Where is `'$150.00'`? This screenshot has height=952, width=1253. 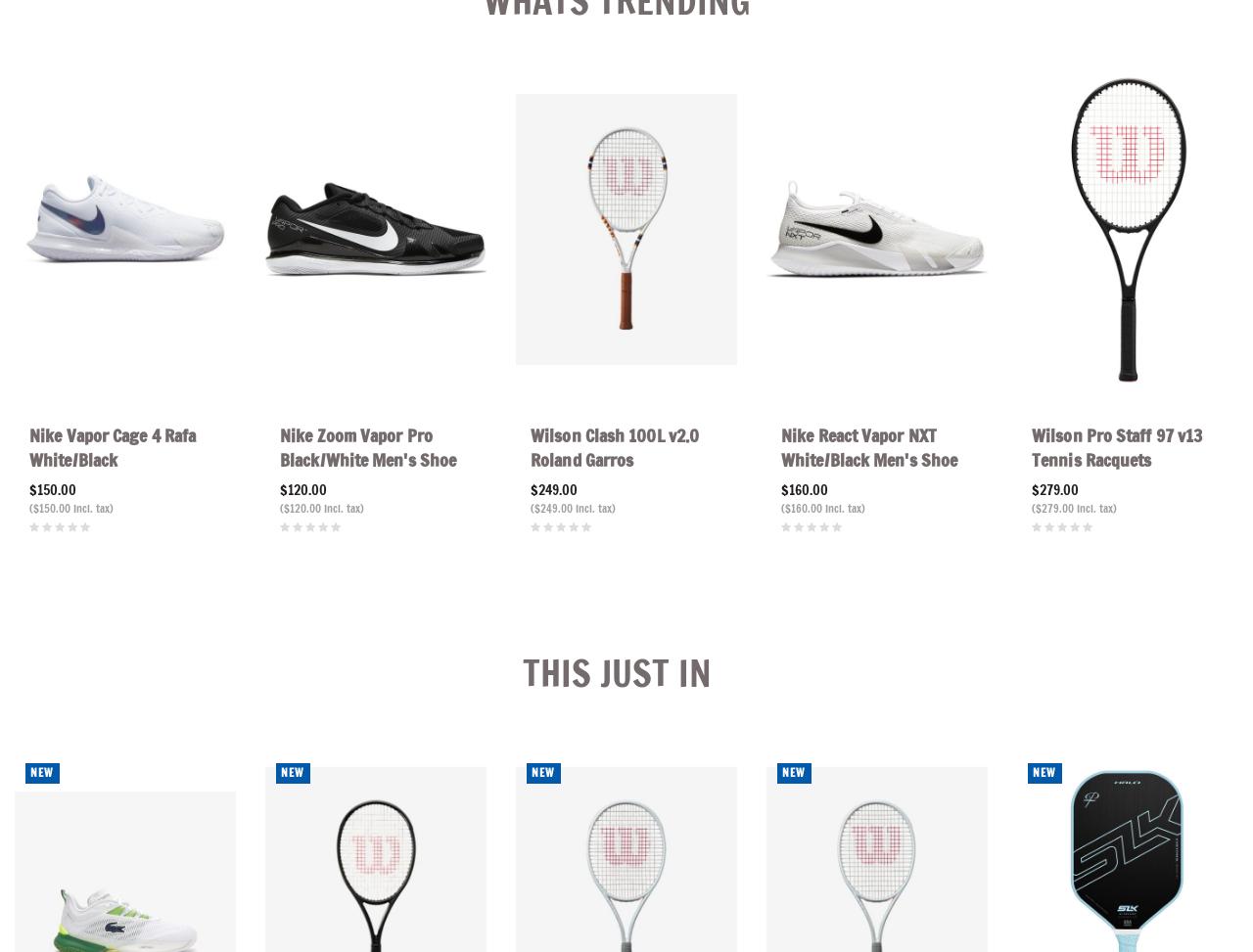 '$150.00' is located at coordinates (53, 488).